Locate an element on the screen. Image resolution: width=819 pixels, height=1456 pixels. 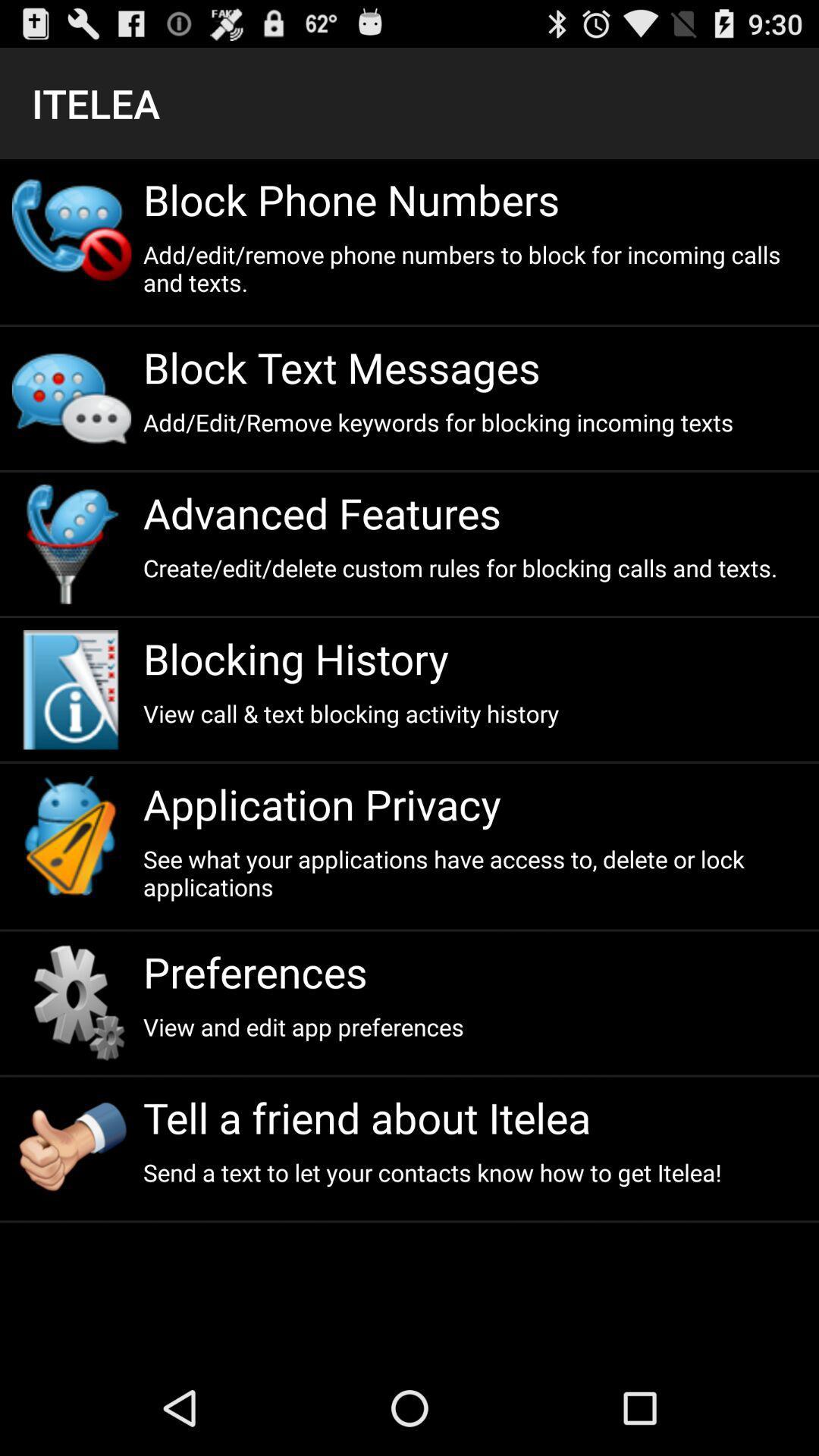
the icon below view call text item is located at coordinates (474, 803).